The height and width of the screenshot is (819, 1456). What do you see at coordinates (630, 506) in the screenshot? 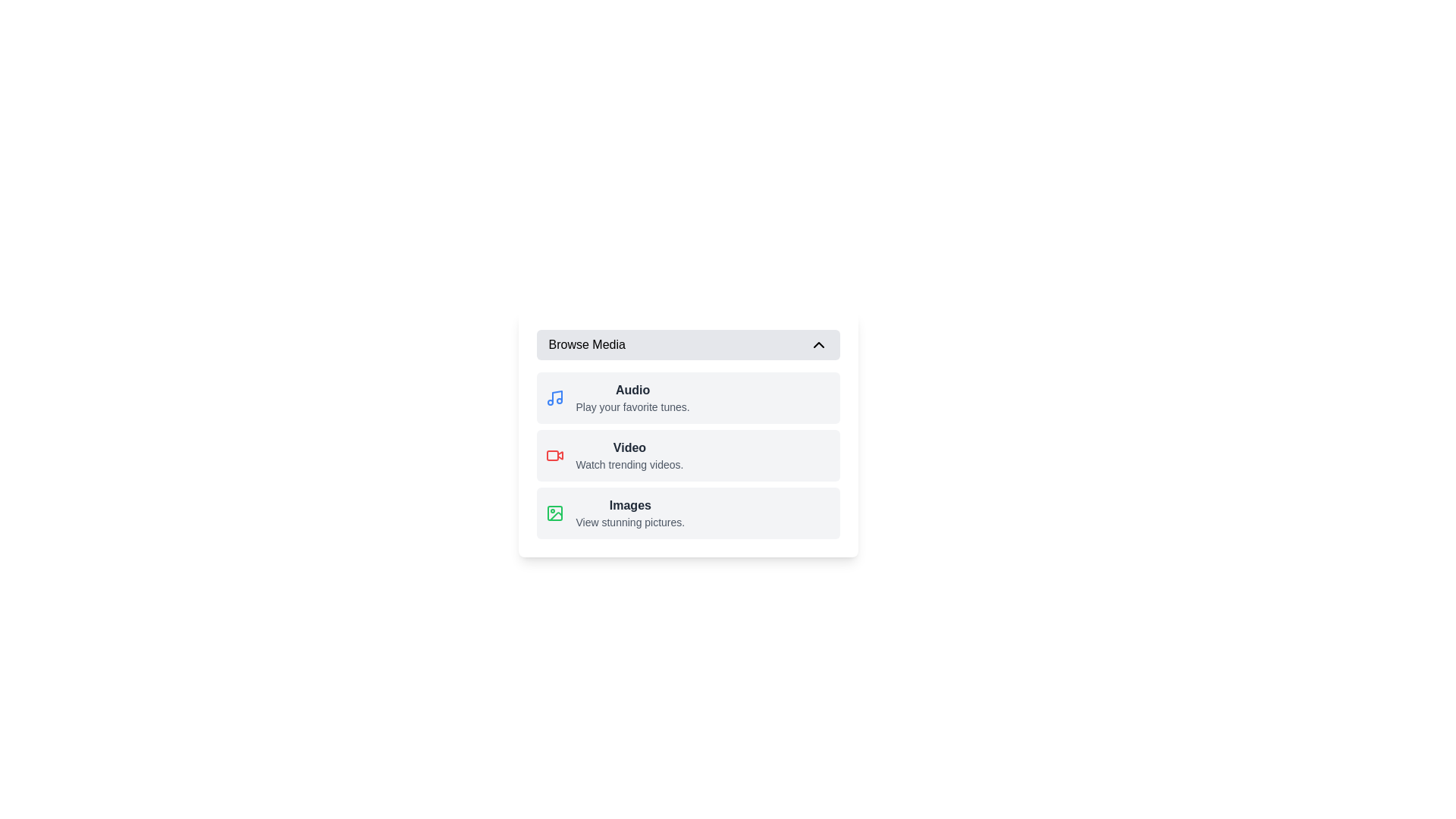
I see `the 'Images' Title label, which is a bold, dark gray text header located in the 'Browse Media' section` at bounding box center [630, 506].